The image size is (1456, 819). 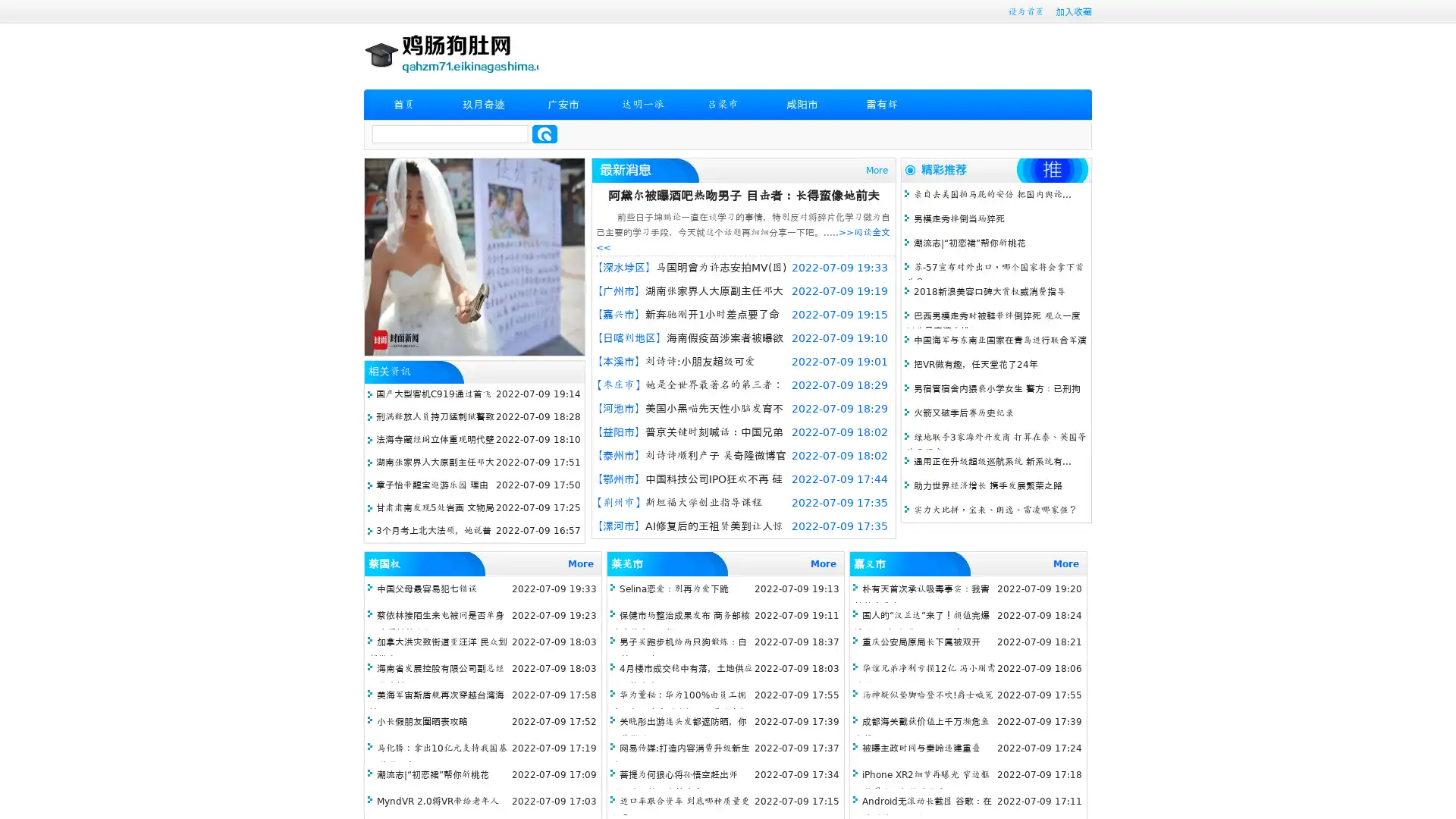 I want to click on Search, so click(x=544, y=133).